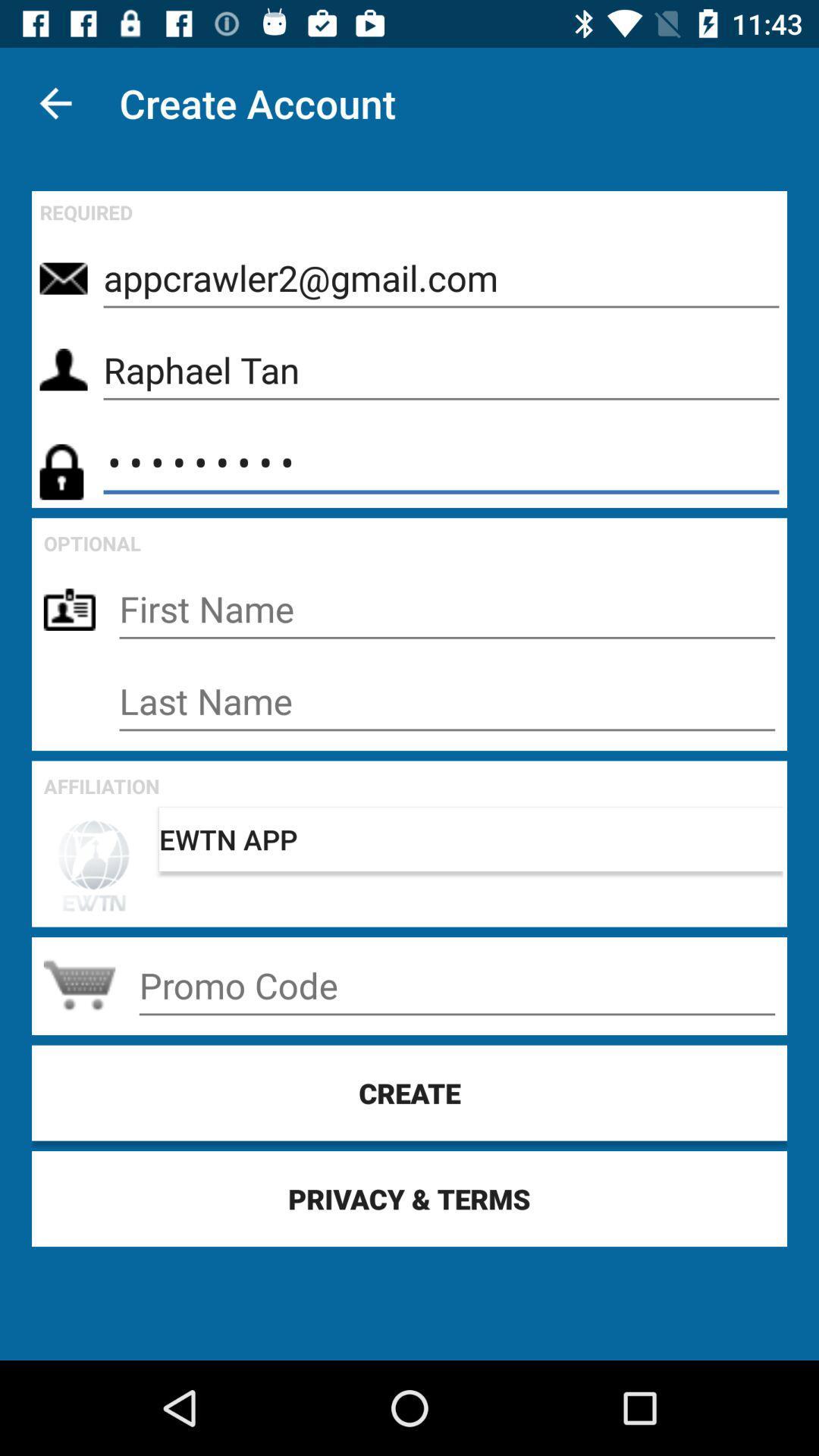 Image resolution: width=819 pixels, height=1456 pixels. What do you see at coordinates (55, 102) in the screenshot?
I see `the item above the required icon` at bounding box center [55, 102].